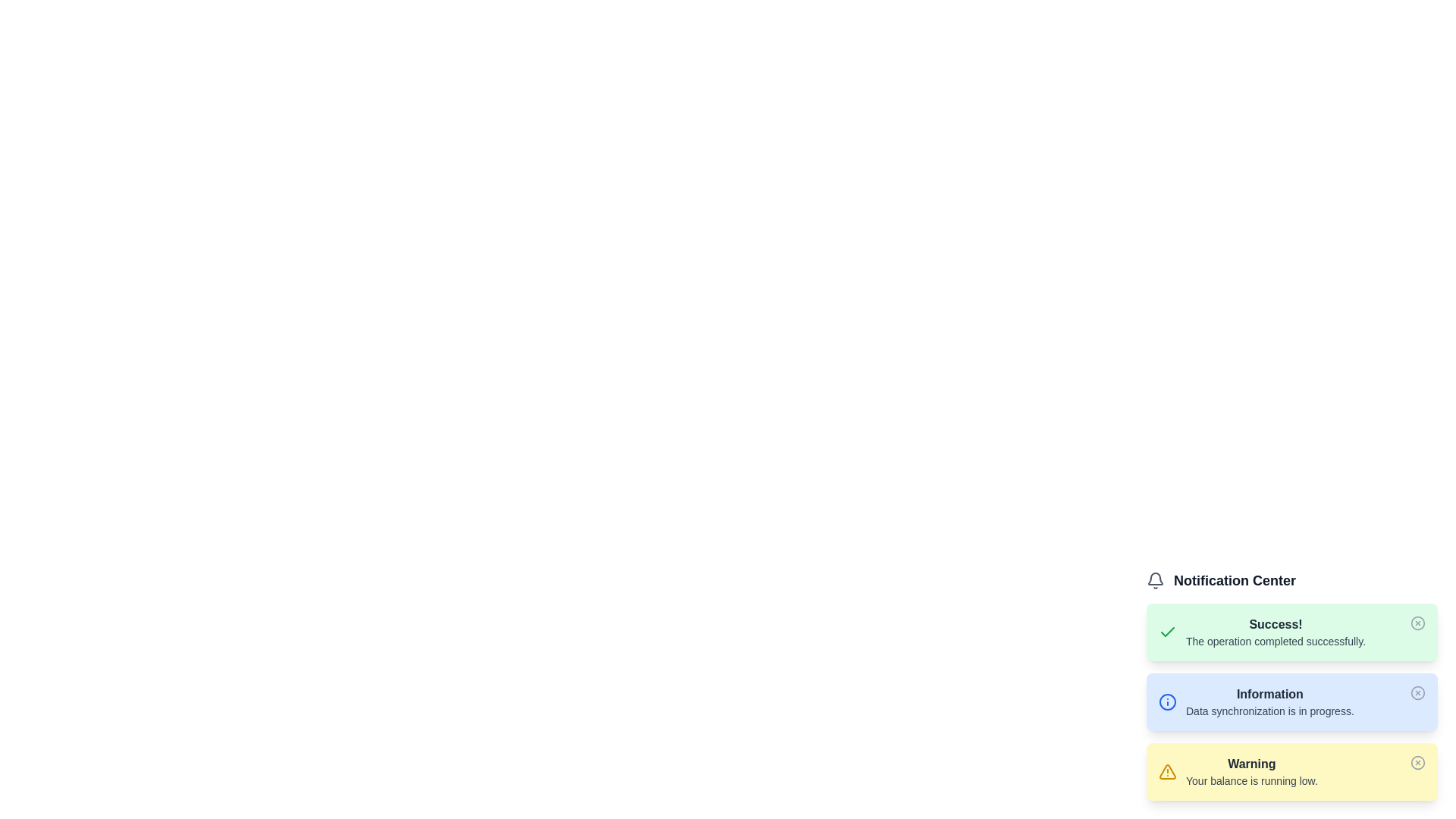 The width and height of the screenshot is (1456, 819). I want to click on context clues, so click(1269, 711).